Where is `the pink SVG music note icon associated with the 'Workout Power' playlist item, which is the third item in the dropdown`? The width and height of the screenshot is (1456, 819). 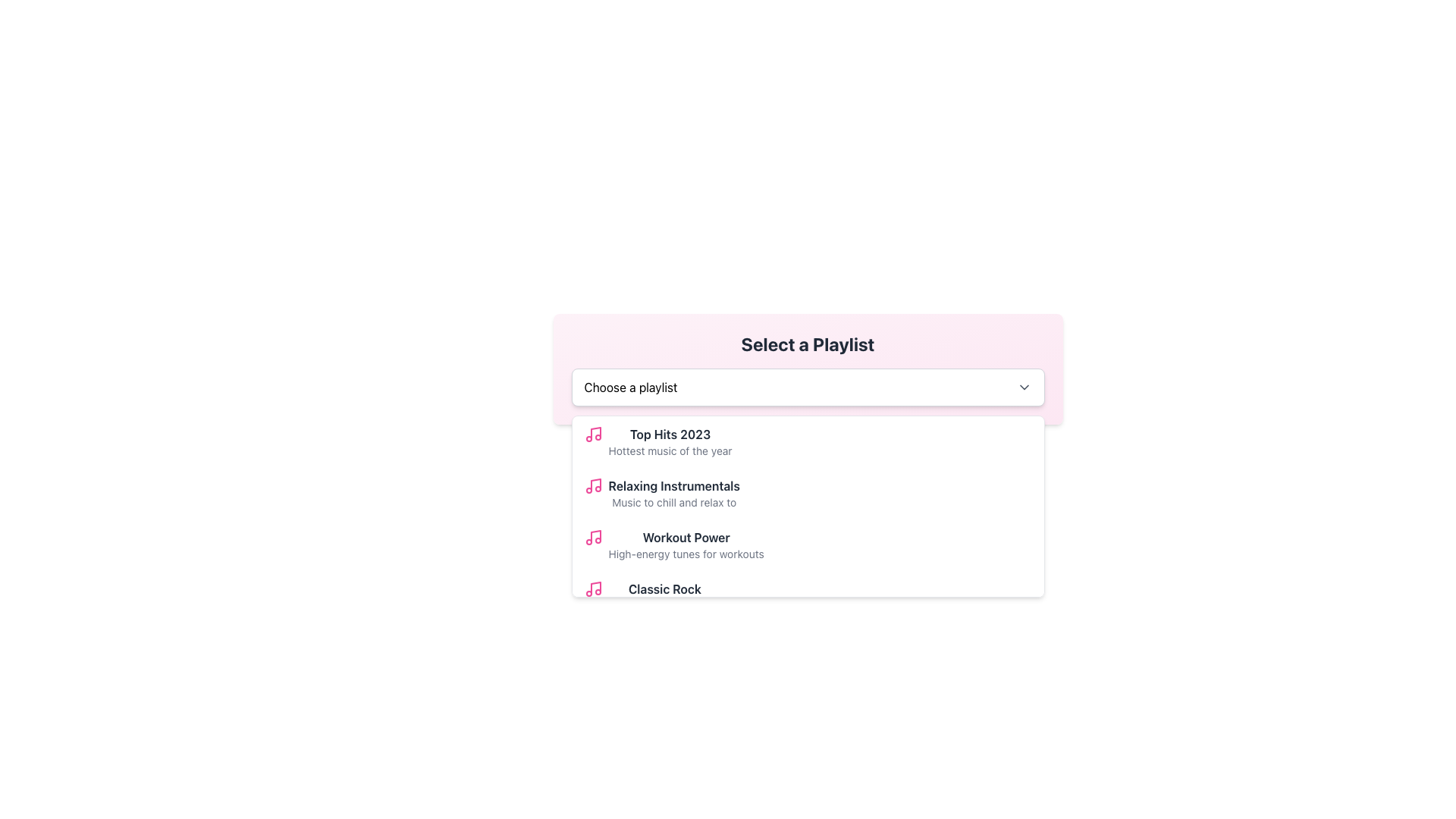
the pink SVG music note icon associated with the 'Workout Power' playlist item, which is the third item in the dropdown is located at coordinates (592, 537).